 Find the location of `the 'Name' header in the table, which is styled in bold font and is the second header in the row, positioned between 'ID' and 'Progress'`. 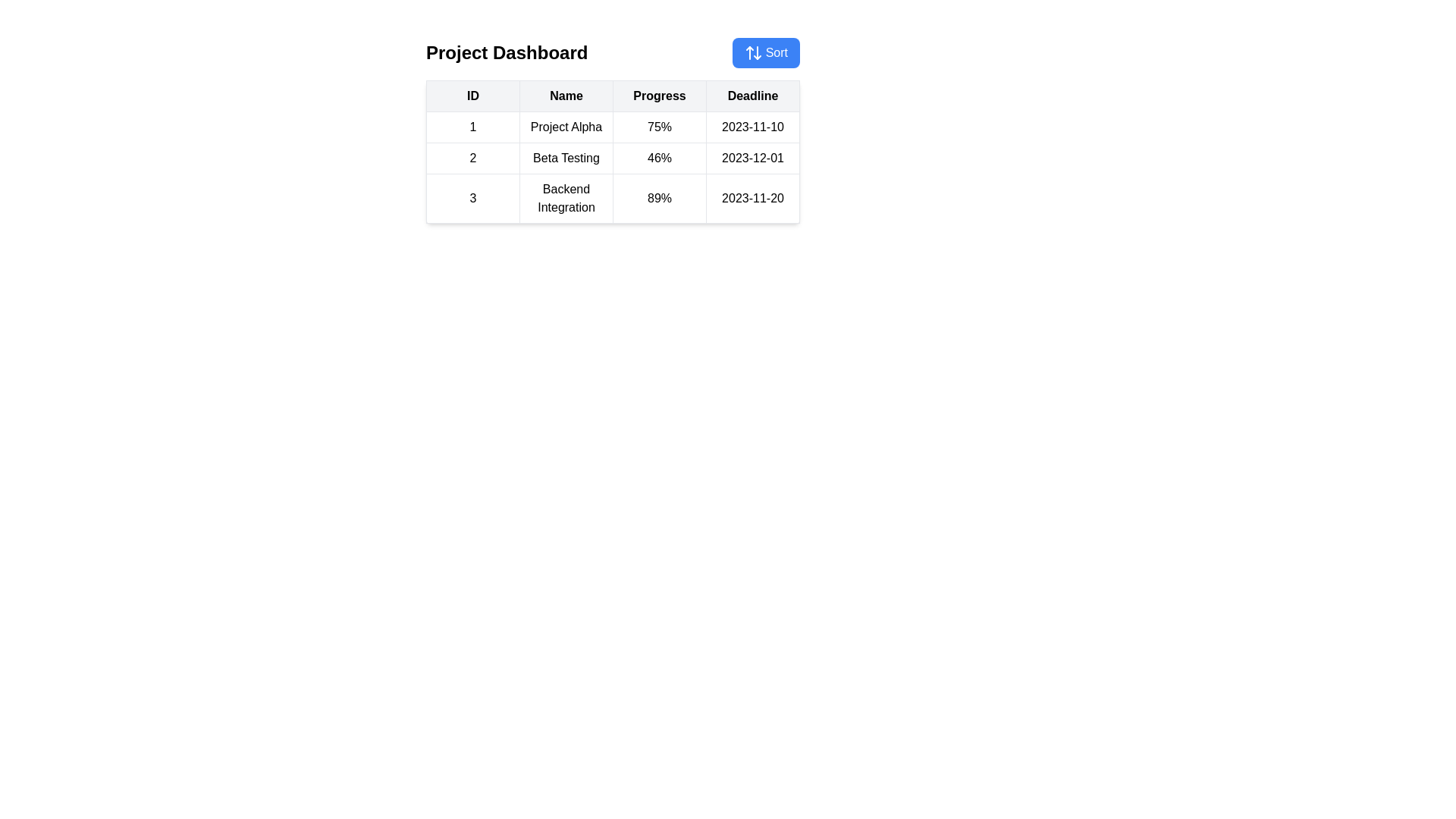

the 'Name' header in the table, which is styled in bold font and is the second header in the row, positioned between 'ID' and 'Progress' is located at coordinates (566, 96).